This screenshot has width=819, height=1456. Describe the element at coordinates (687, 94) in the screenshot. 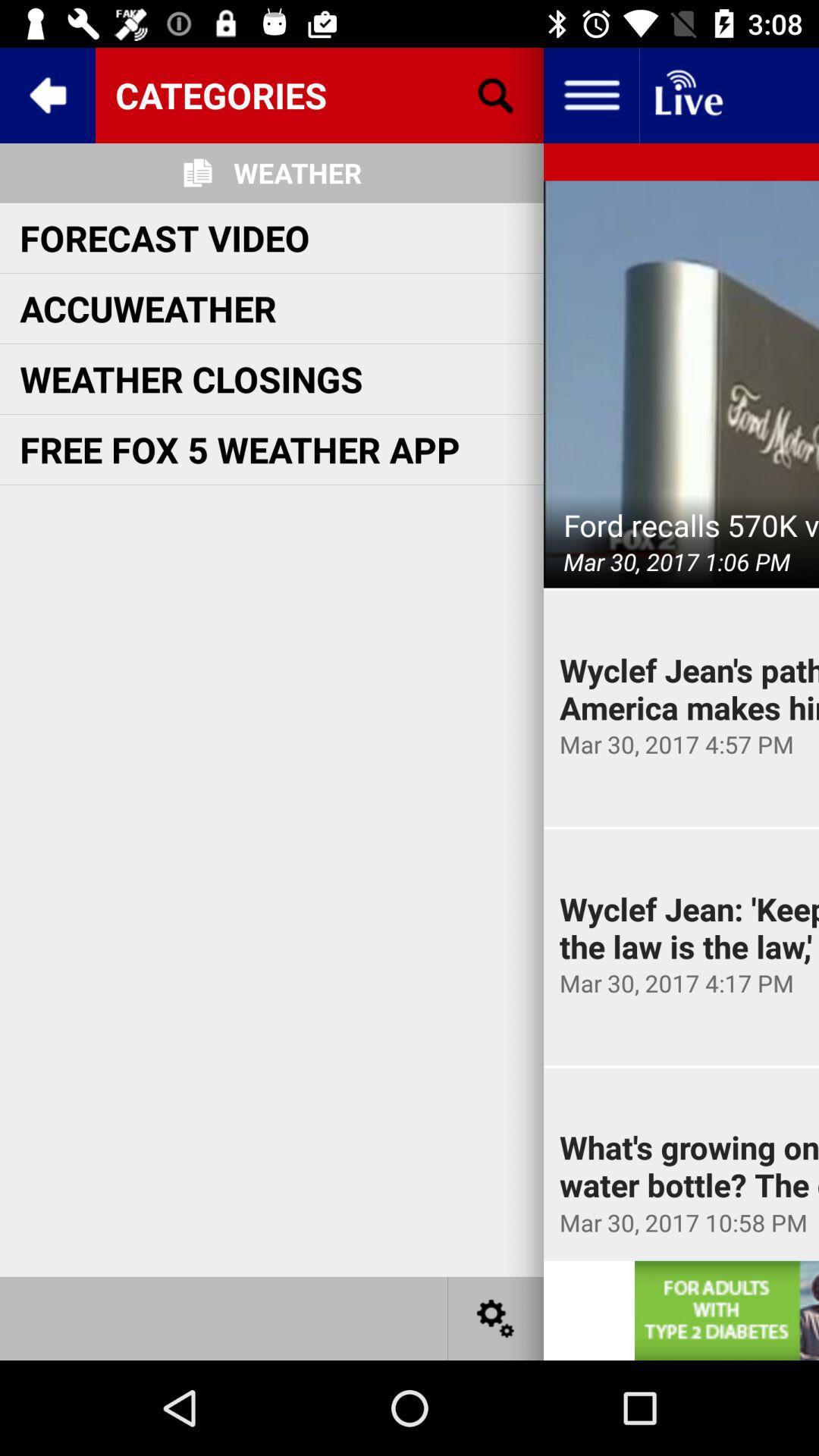

I see `go live` at that location.